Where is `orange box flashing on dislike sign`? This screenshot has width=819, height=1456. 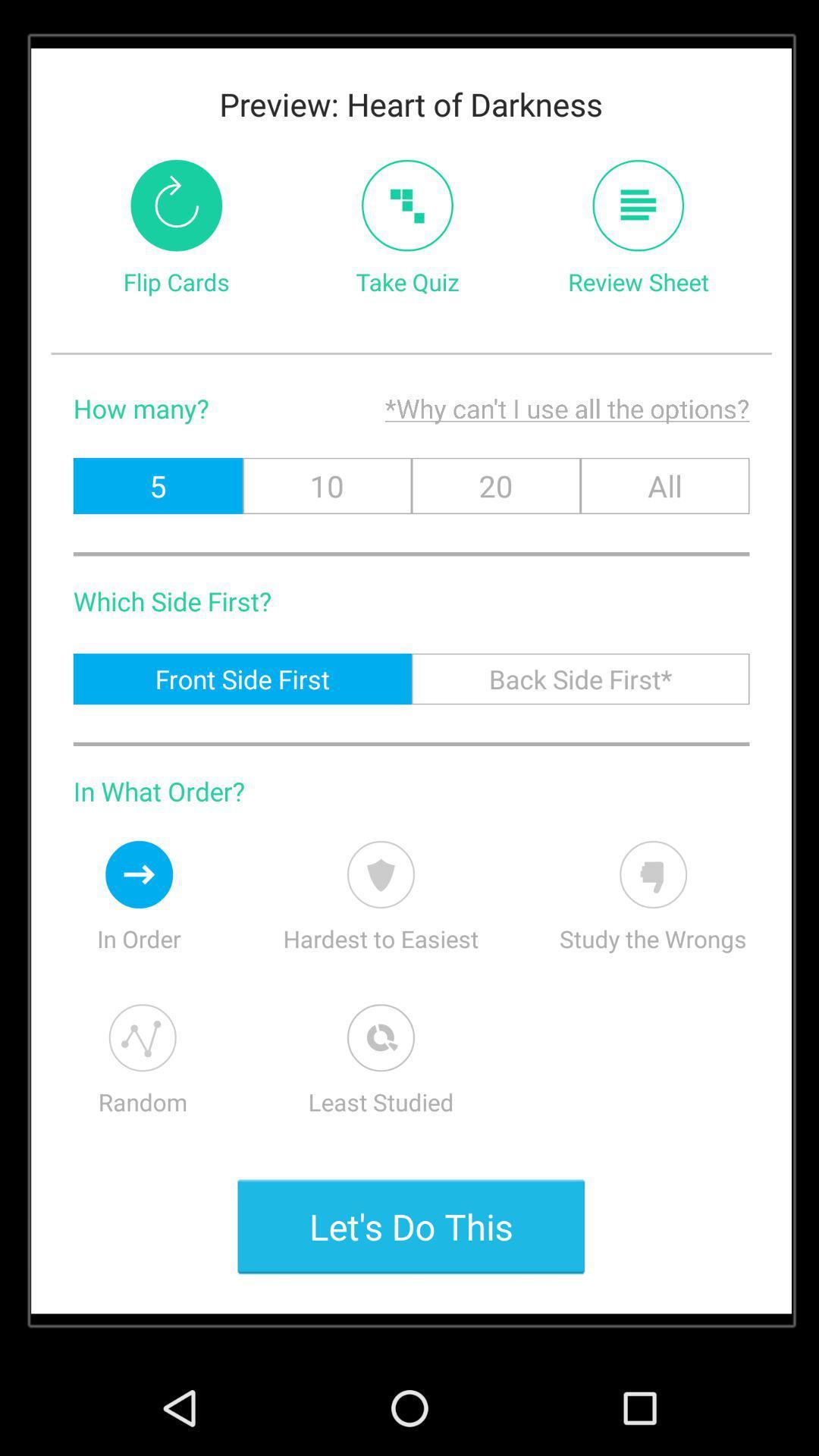 orange box flashing on dislike sign is located at coordinates (652, 874).